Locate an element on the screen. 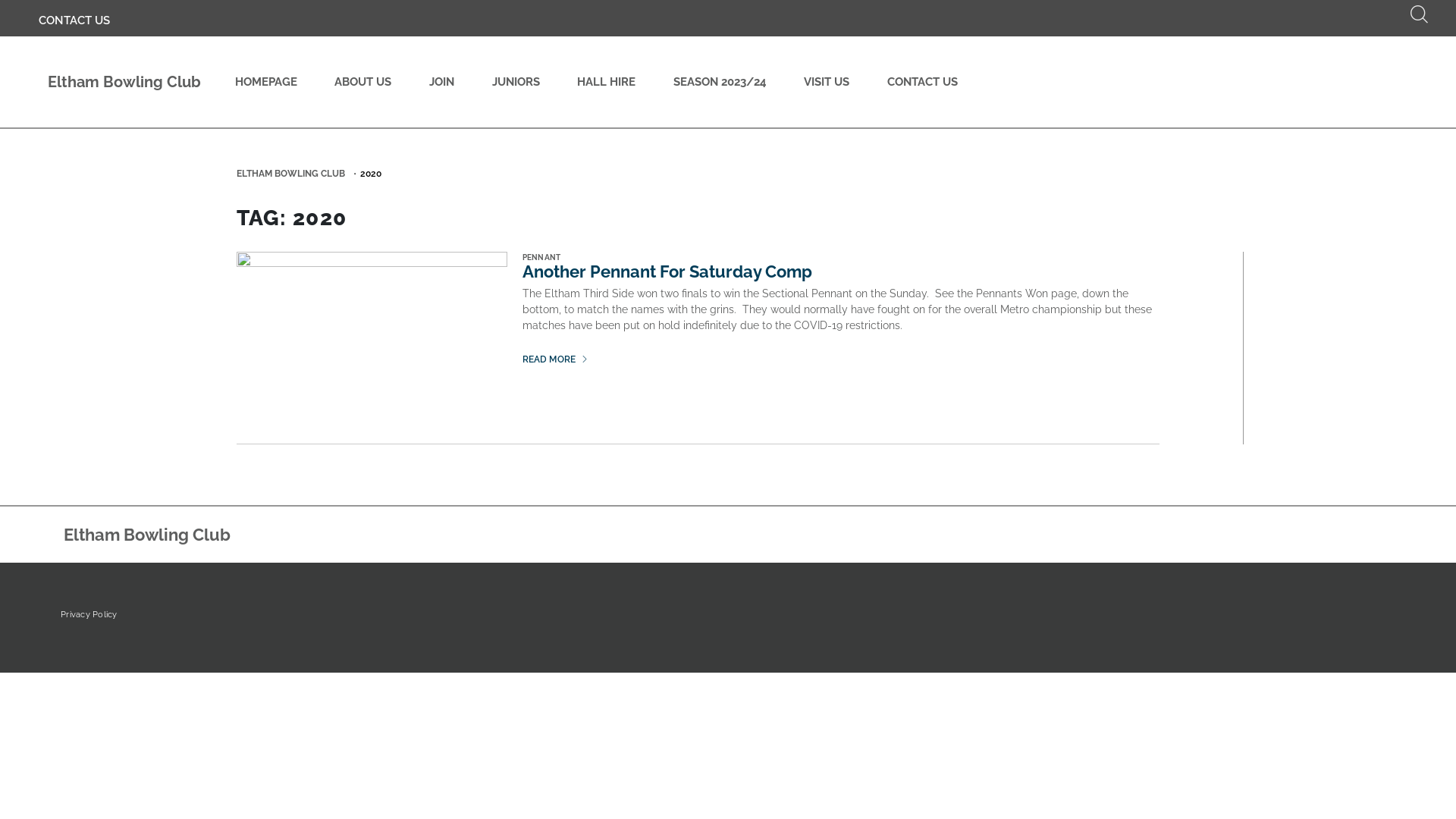 This screenshot has height=819, width=1456. 'READ MORE' is located at coordinates (522, 359).